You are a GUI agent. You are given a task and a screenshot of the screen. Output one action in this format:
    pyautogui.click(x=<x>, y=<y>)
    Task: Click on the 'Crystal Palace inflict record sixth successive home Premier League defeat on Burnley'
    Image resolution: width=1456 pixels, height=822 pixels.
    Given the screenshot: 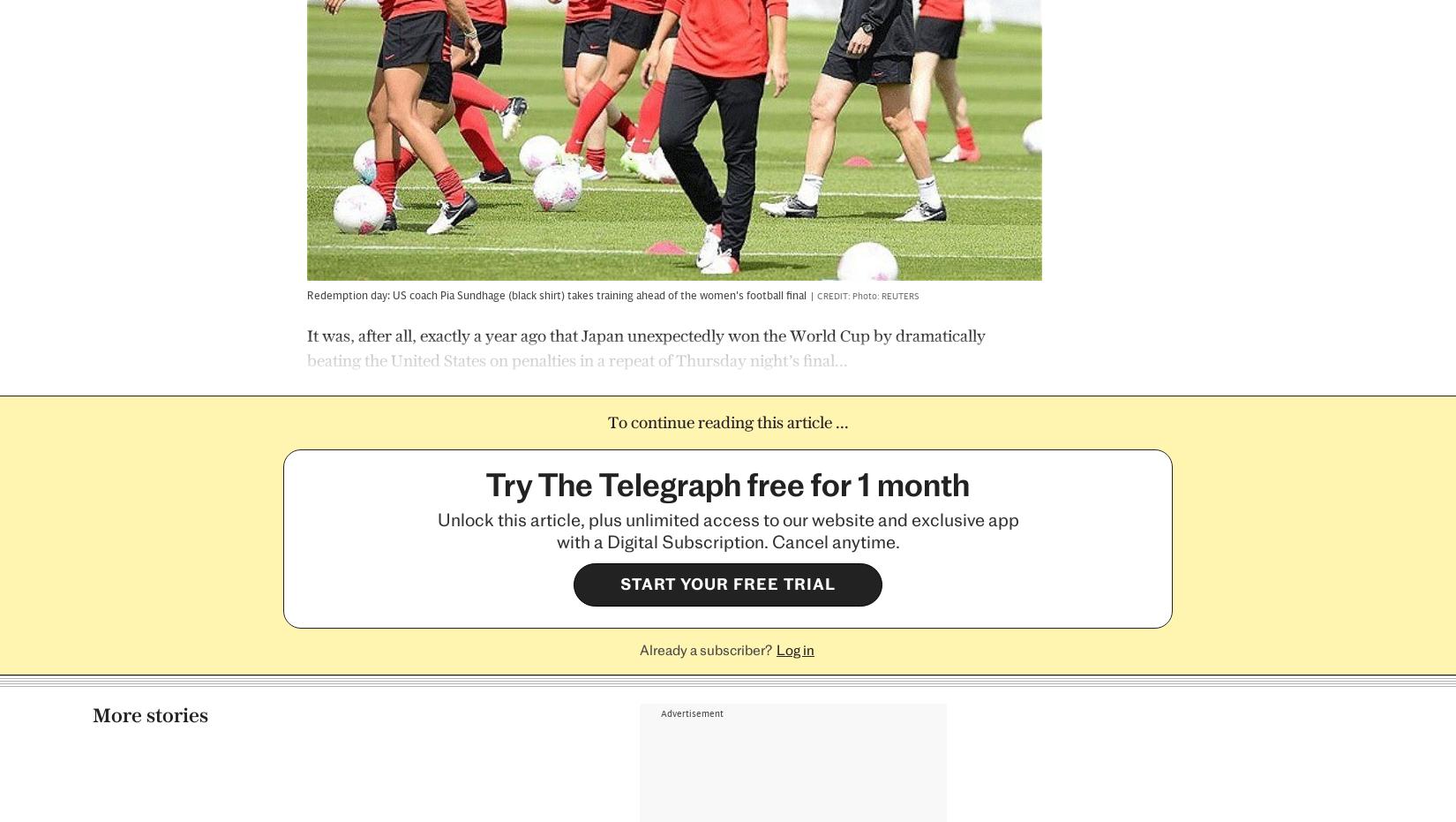 What is the action you would take?
    pyautogui.click(x=611, y=627)
    